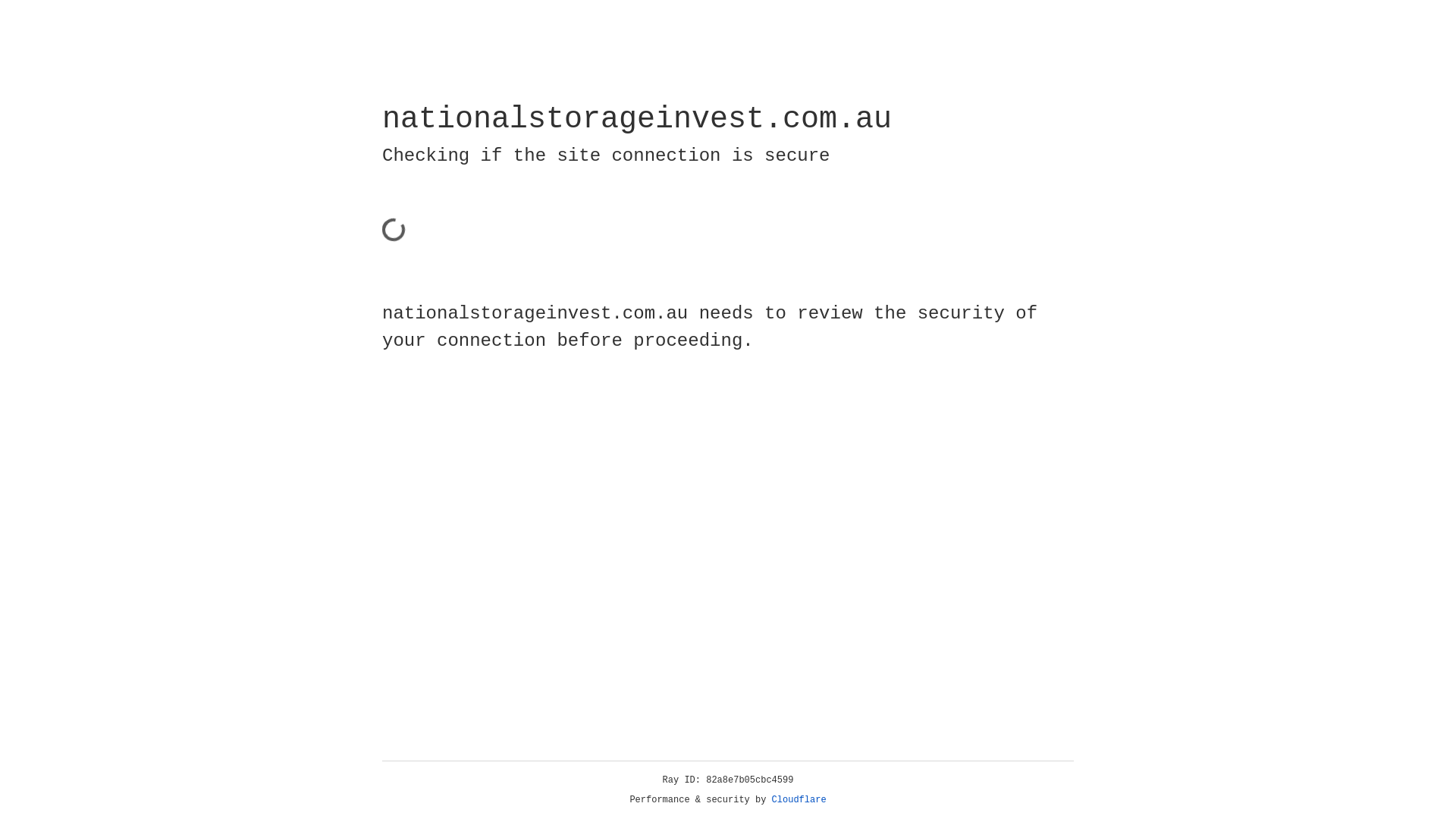 The height and width of the screenshot is (819, 1456). What do you see at coordinates (799, 799) in the screenshot?
I see `'Cloudflare'` at bounding box center [799, 799].